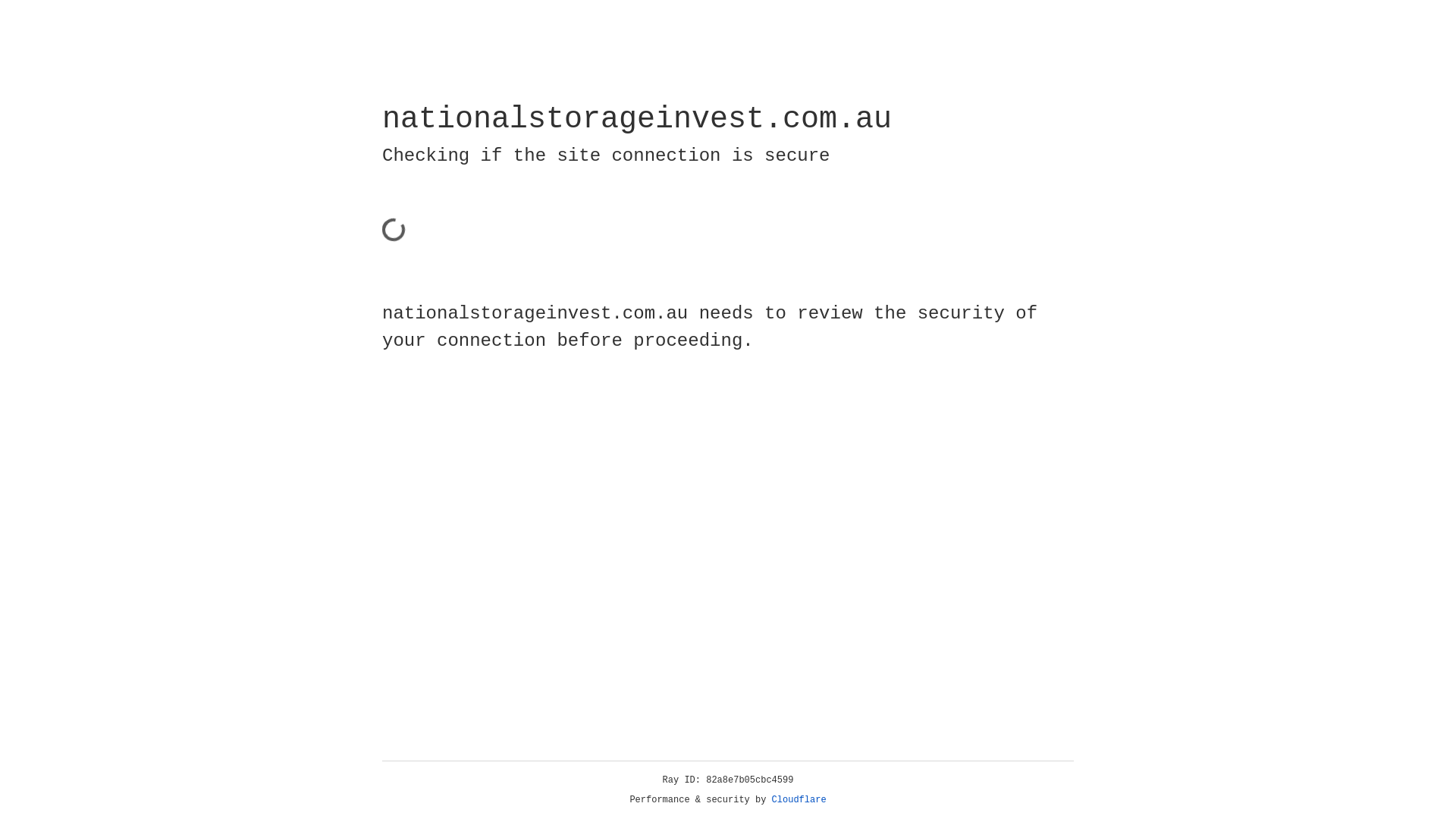 The height and width of the screenshot is (819, 1456). What do you see at coordinates (799, 799) in the screenshot?
I see `'Cloudflare'` at bounding box center [799, 799].